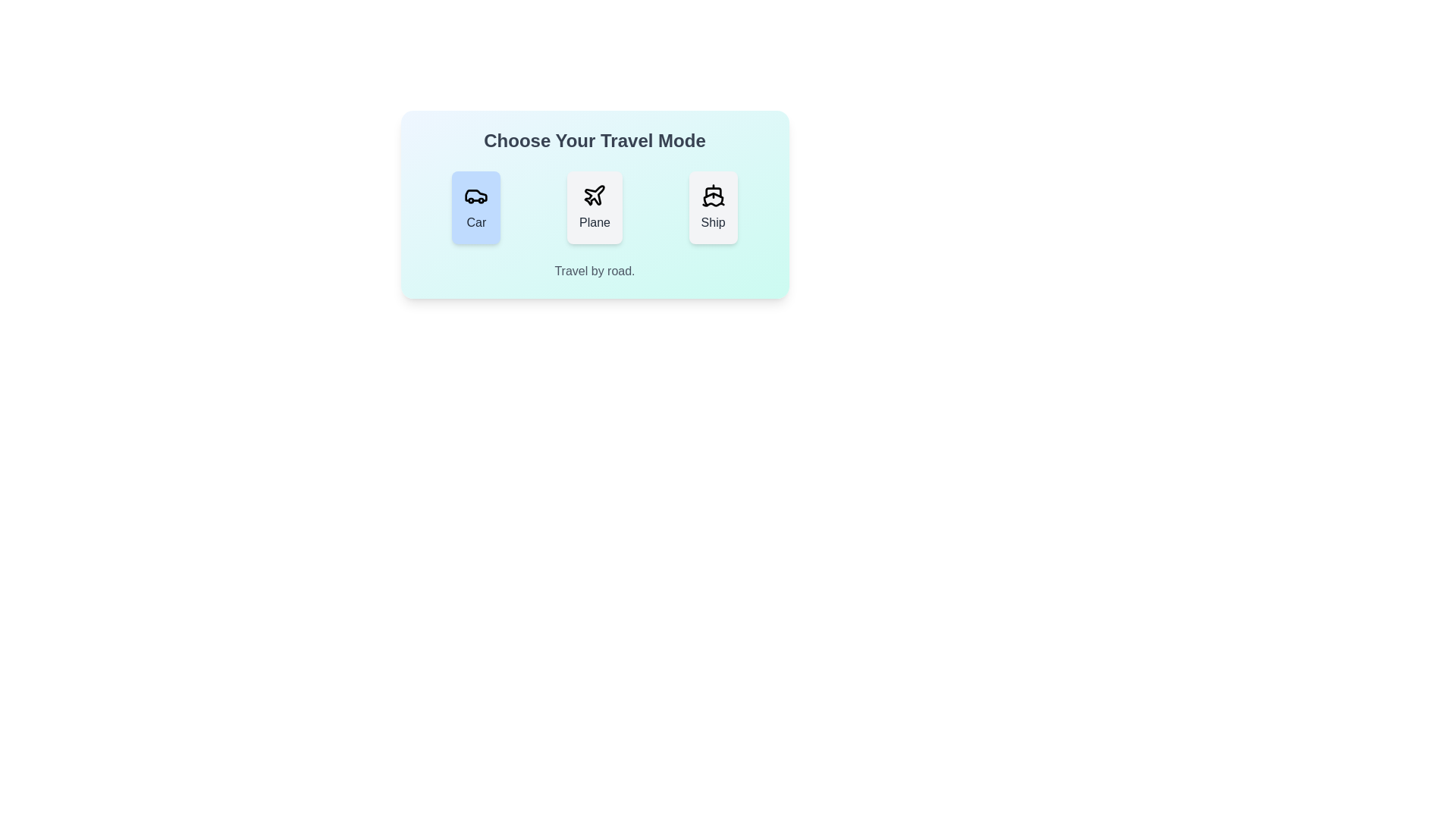 Image resolution: width=1456 pixels, height=819 pixels. Describe the element at coordinates (712, 207) in the screenshot. I see `the travel mode button for Ship` at that location.